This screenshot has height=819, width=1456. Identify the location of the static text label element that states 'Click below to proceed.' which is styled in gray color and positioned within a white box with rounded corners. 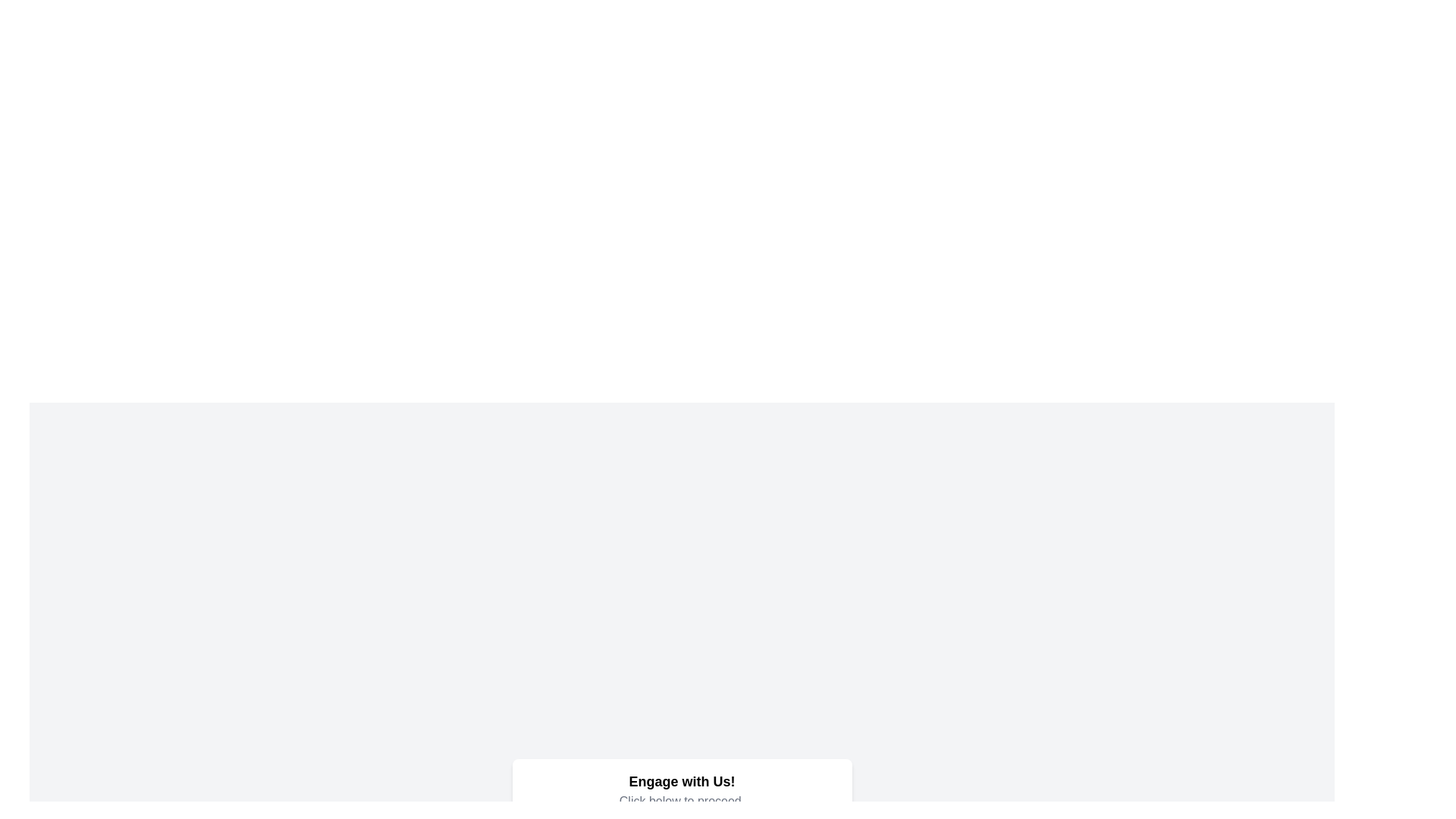
(681, 800).